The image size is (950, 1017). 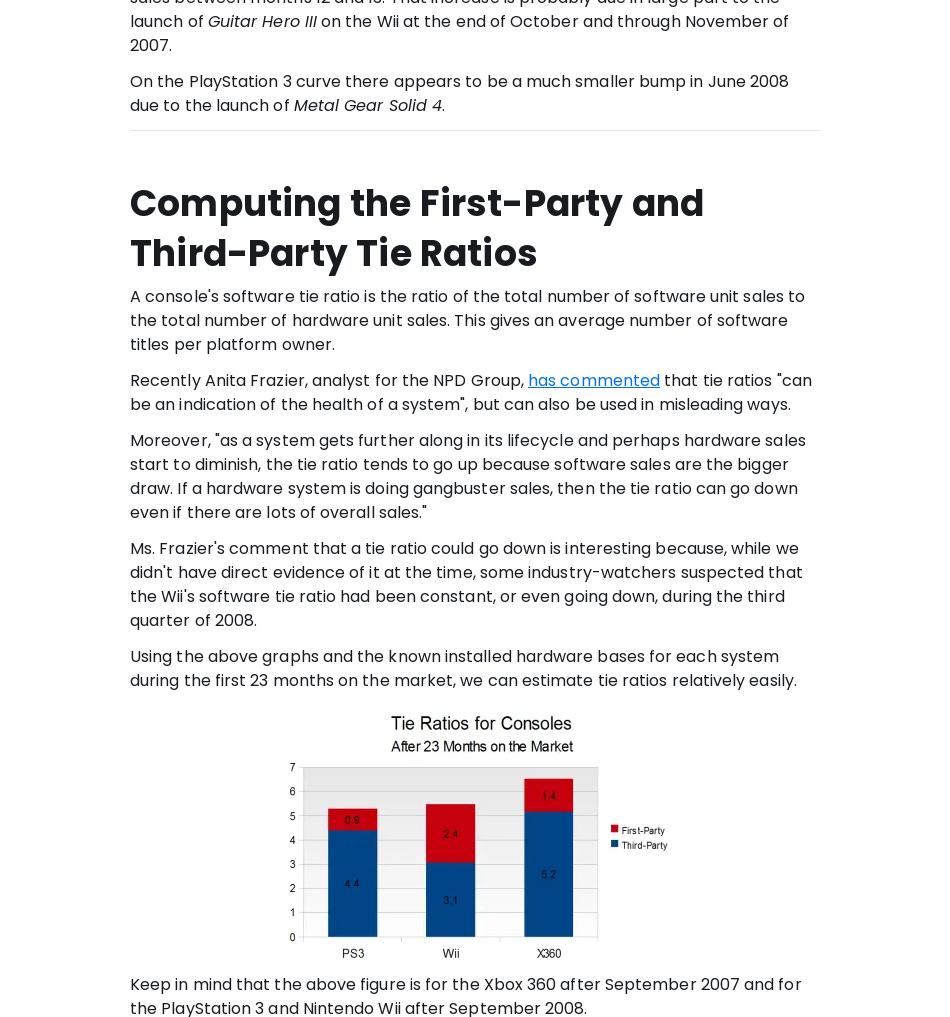 I want to click on 'On
the PlayStation 3 curve there appears to be a much smaller bump in
June 2008 due to the launch of', so click(x=458, y=92).